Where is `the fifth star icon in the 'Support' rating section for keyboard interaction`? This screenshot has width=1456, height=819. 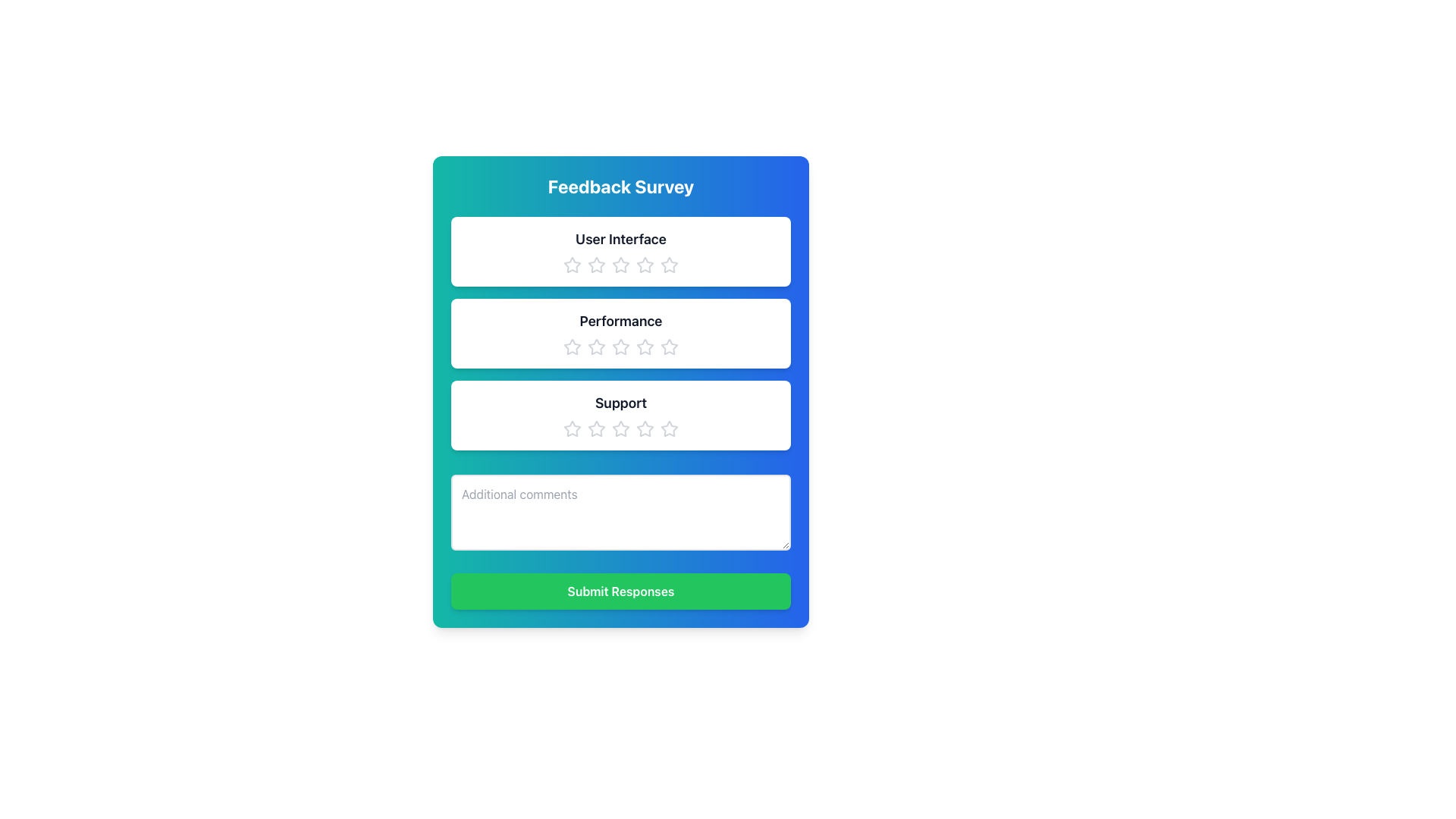 the fifth star icon in the 'Support' rating section for keyboard interaction is located at coordinates (645, 429).